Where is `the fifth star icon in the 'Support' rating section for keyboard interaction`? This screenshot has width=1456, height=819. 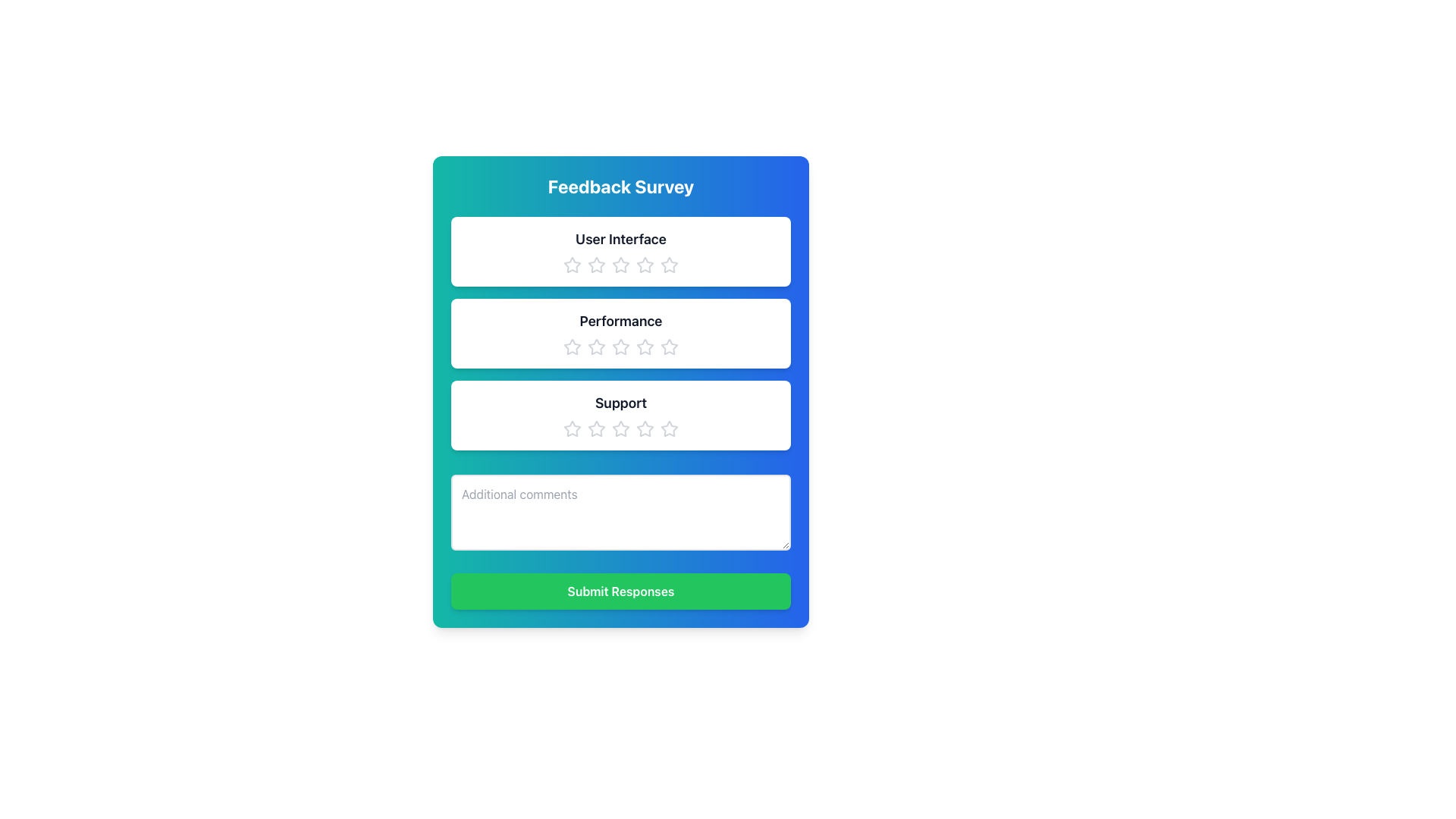 the fifth star icon in the 'Support' rating section for keyboard interaction is located at coordinates (645, 429).